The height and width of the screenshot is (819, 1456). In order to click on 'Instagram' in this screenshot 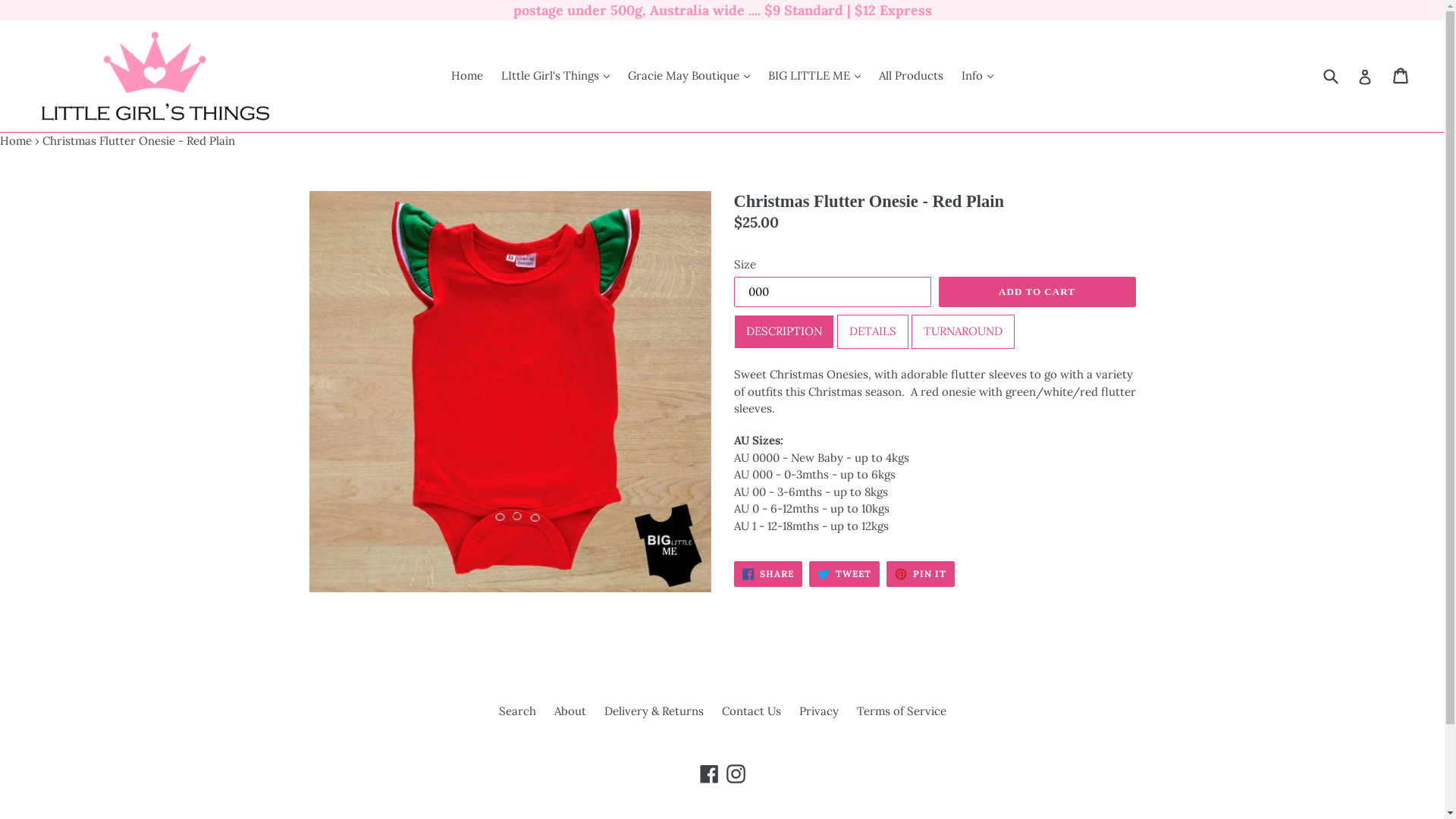, I will do `click(735, 773)`.